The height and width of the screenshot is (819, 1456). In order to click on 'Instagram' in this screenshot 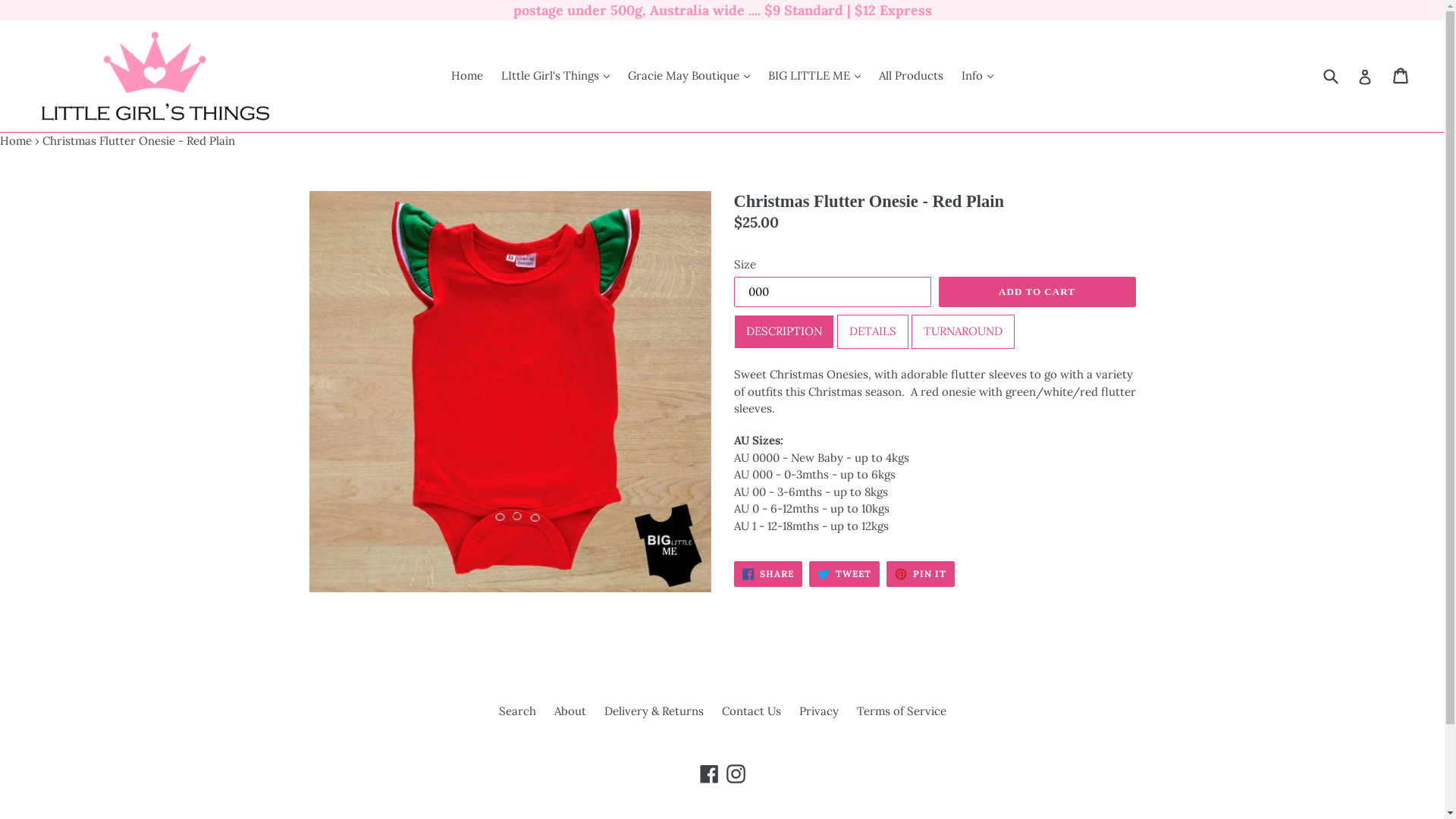, I will do `click(735, 773)`.